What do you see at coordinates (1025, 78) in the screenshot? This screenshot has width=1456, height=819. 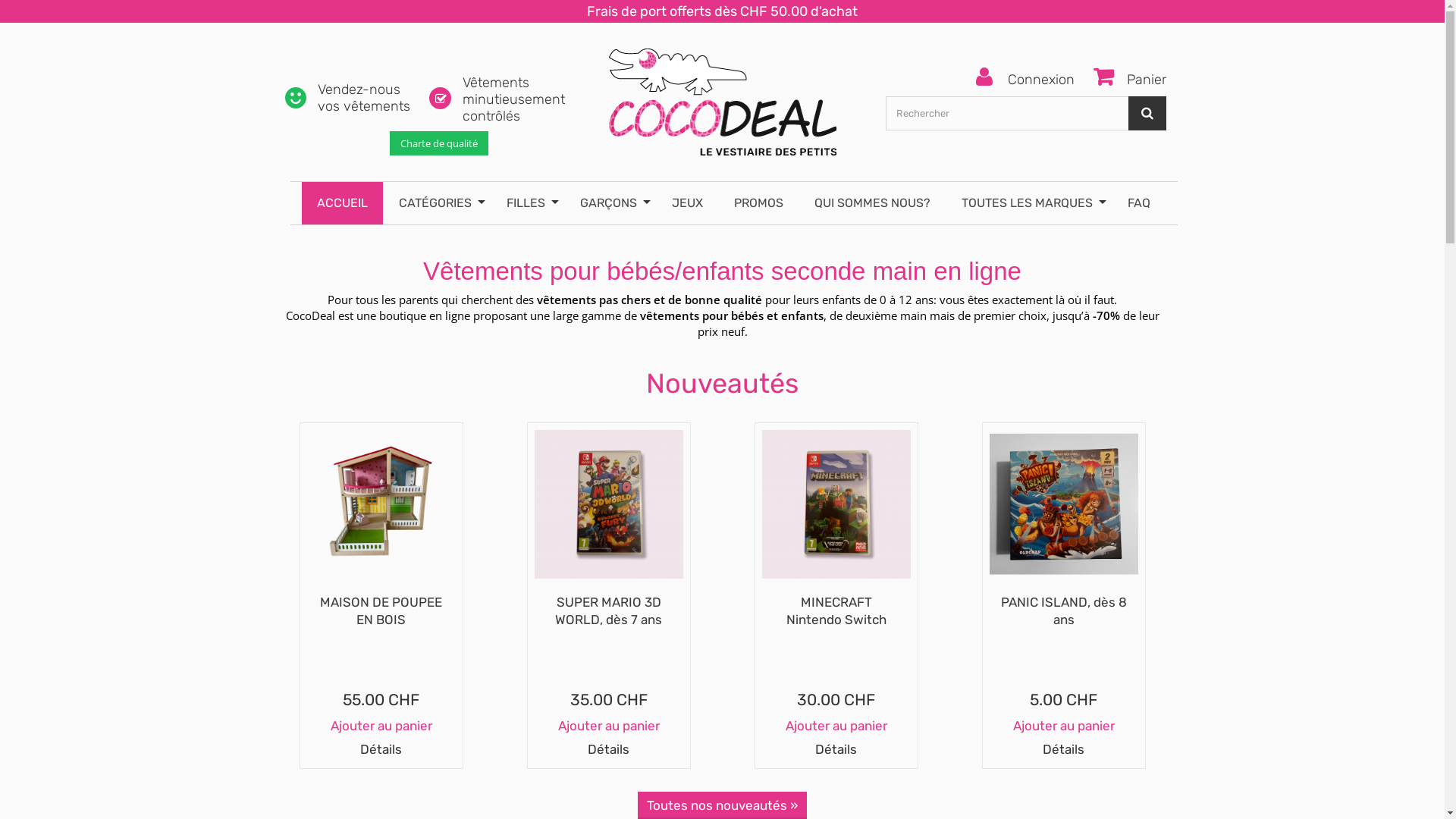 I see `'Connexion'` at bounding box center [1025, 78].